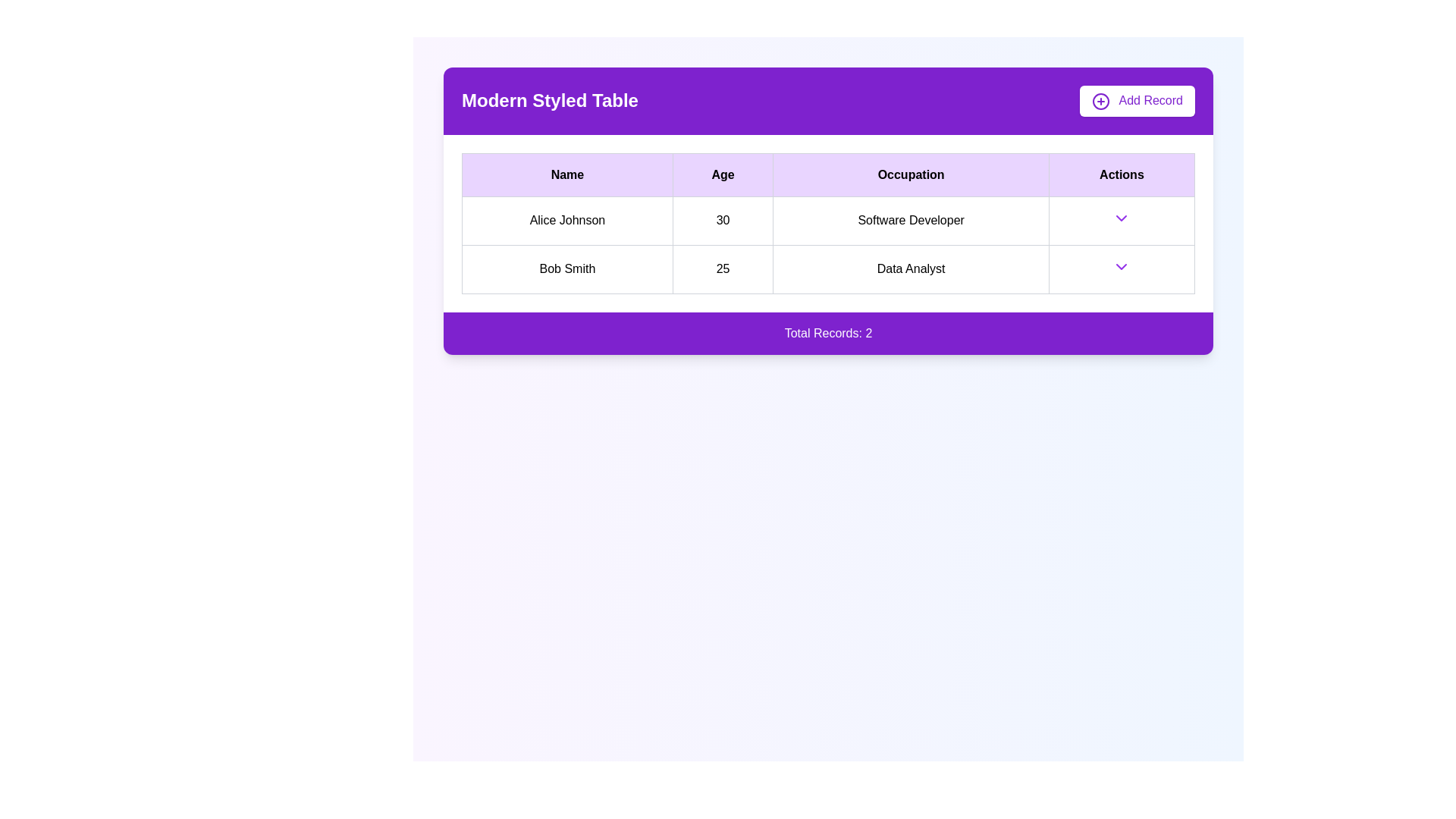  Describe the element at coordinates (1122, 218) in the screenshot. I see `the downwards pointing purple chevron icon in the 'Actions' column to trigger its hover effect` at that location.